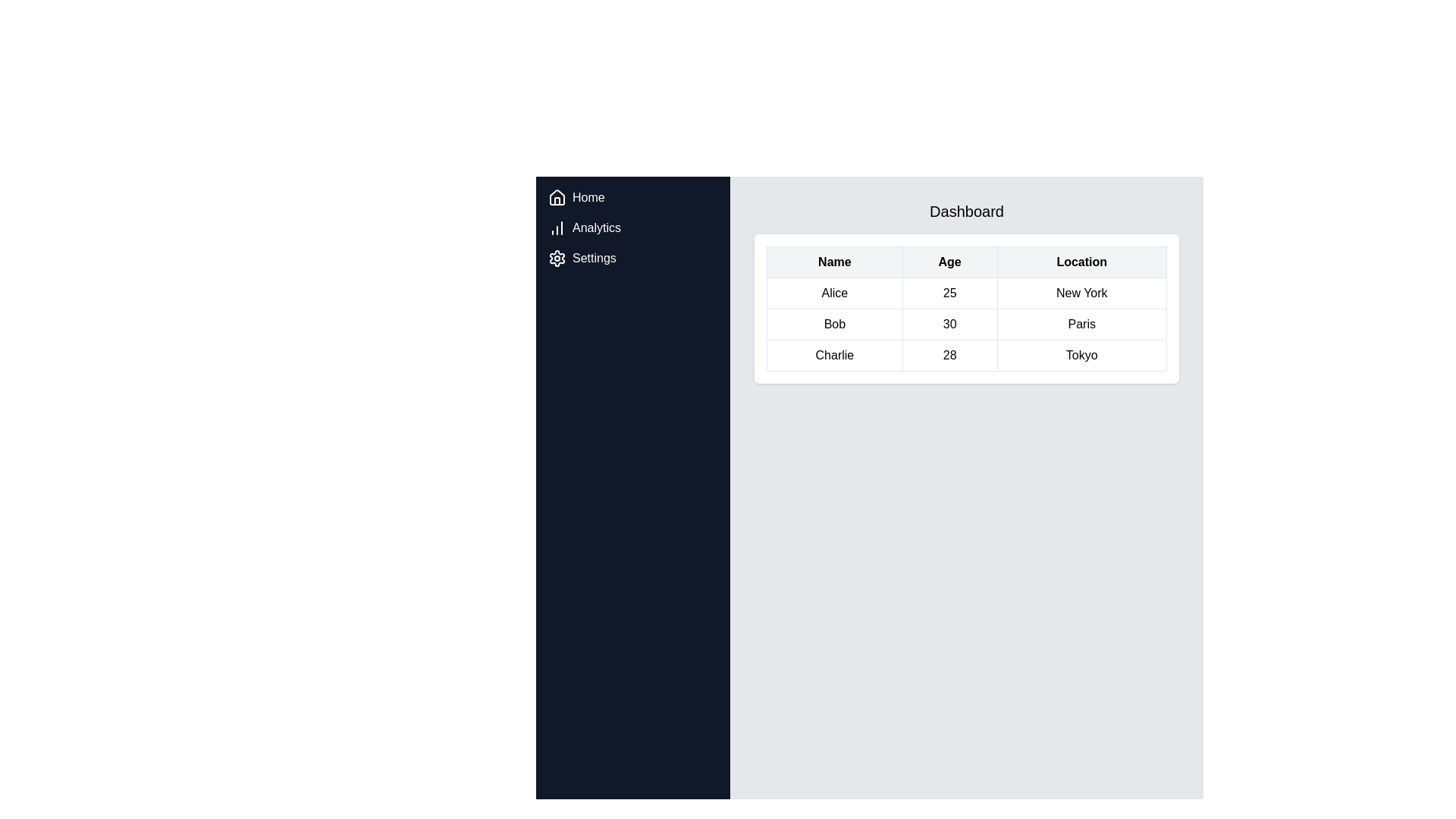 This screenshot has width=1456, height=819. What do you see at coordinates (966, 324) in the screenshot?
I see `the second row of the data table displaying information for 'Bob', aged 30, residing in Paris` at bounding box center [966, 324].